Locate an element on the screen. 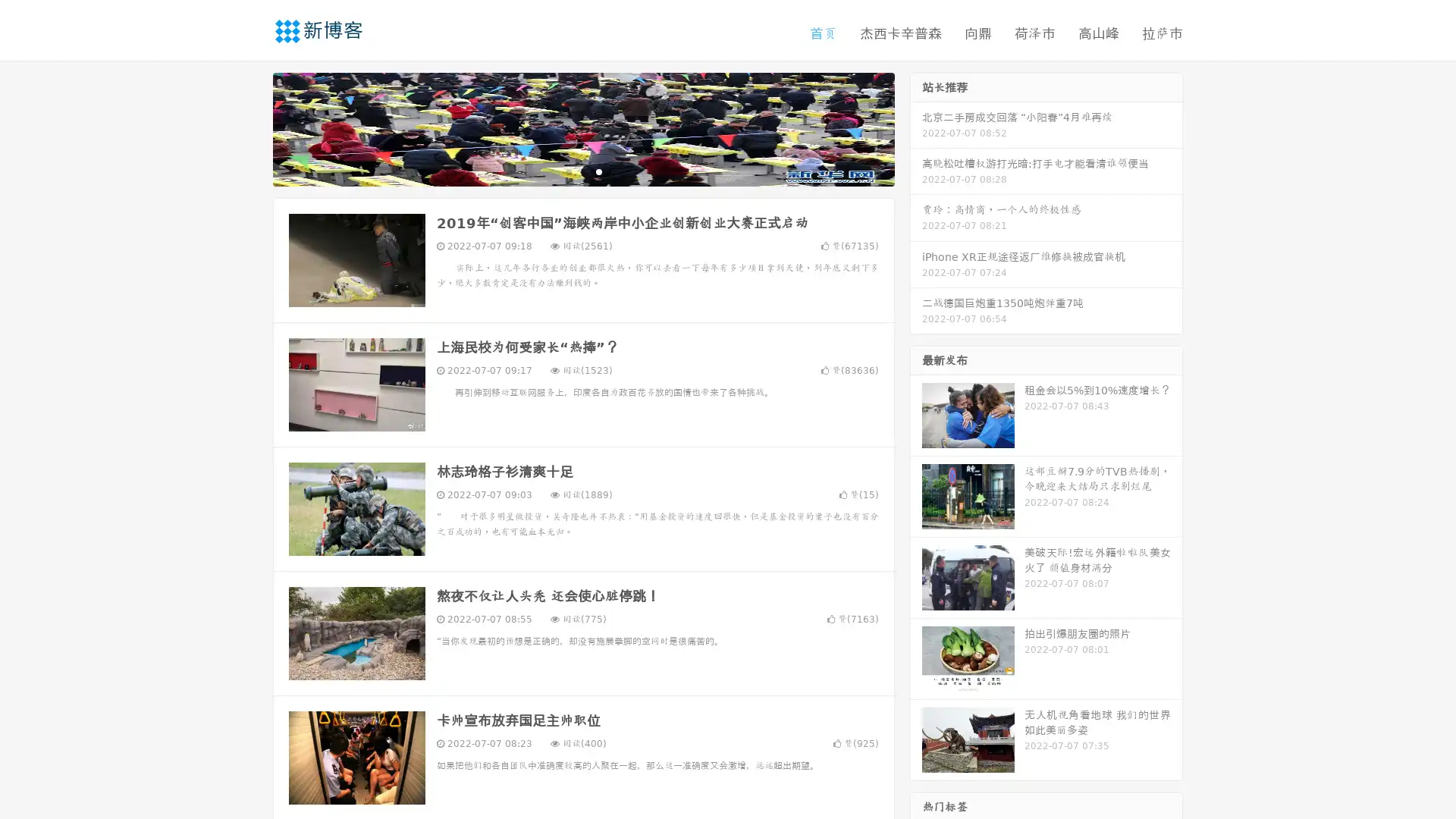  Go to slide 2 is located at coordinates (582, 171).